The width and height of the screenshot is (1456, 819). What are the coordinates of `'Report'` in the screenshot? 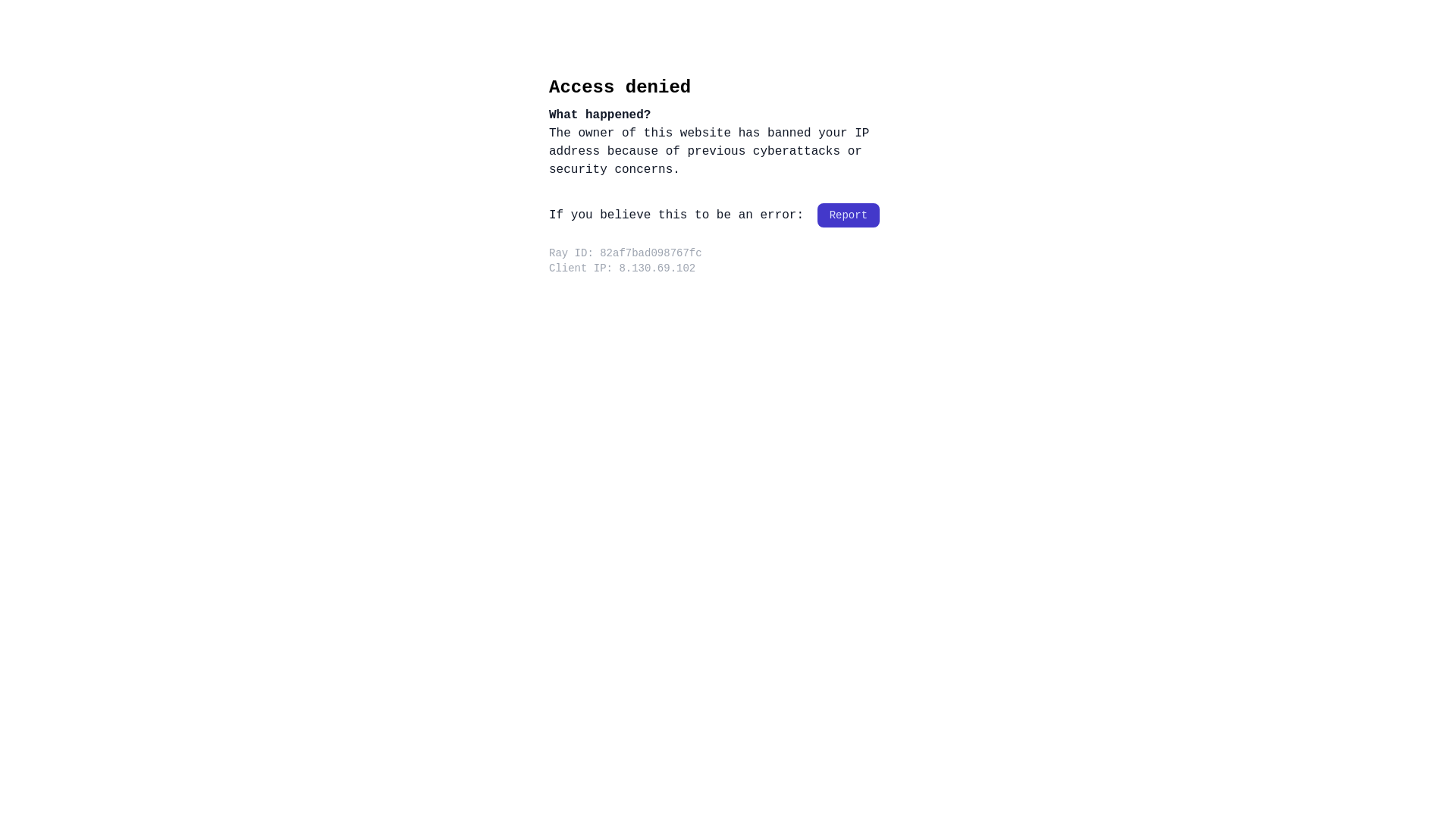 It's located at (847, 215).